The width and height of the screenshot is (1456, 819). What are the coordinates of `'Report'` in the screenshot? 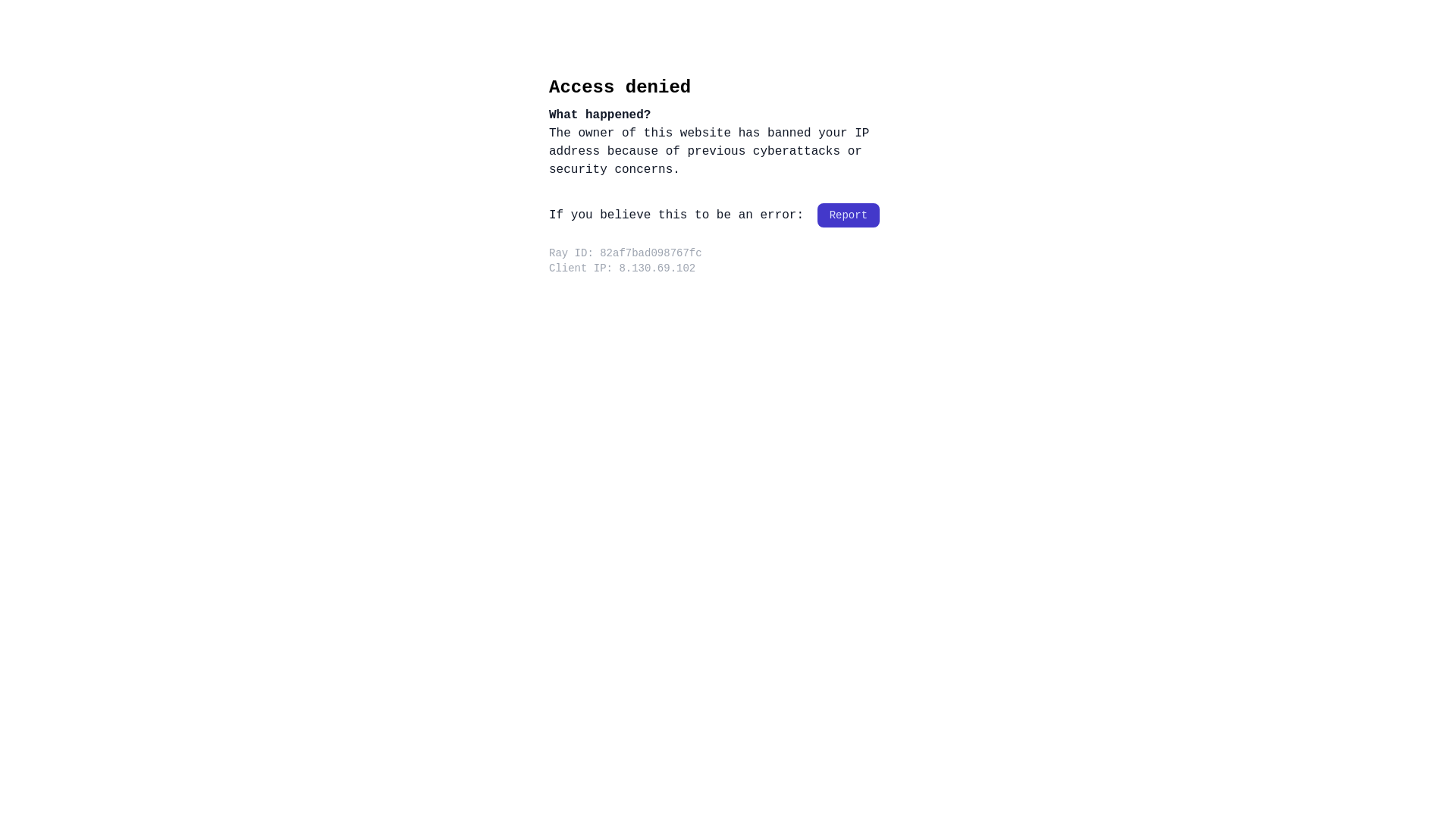 It's located at (847, 215).